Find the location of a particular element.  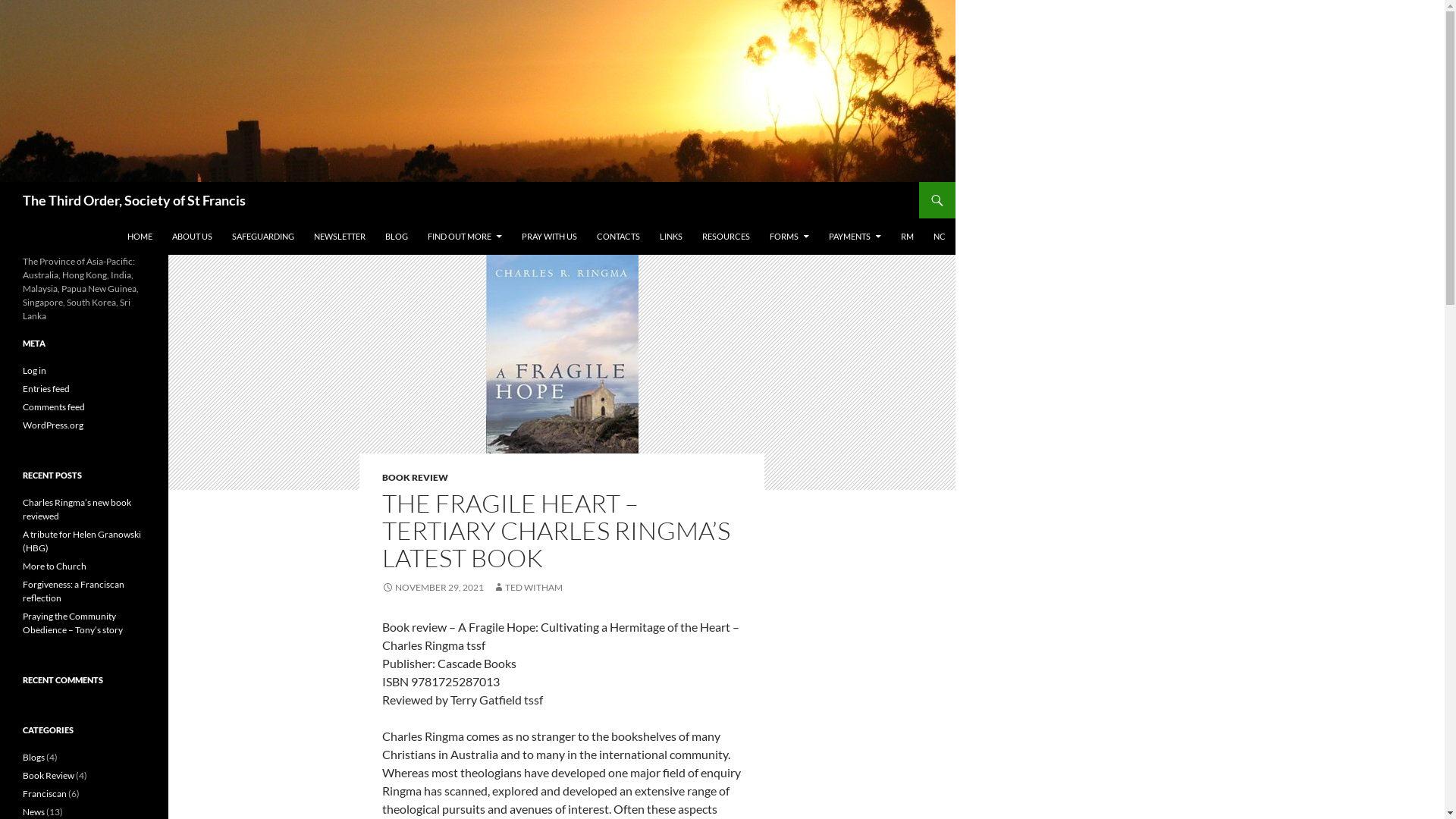

'Entries feed' is located at coordinates (46, 388).